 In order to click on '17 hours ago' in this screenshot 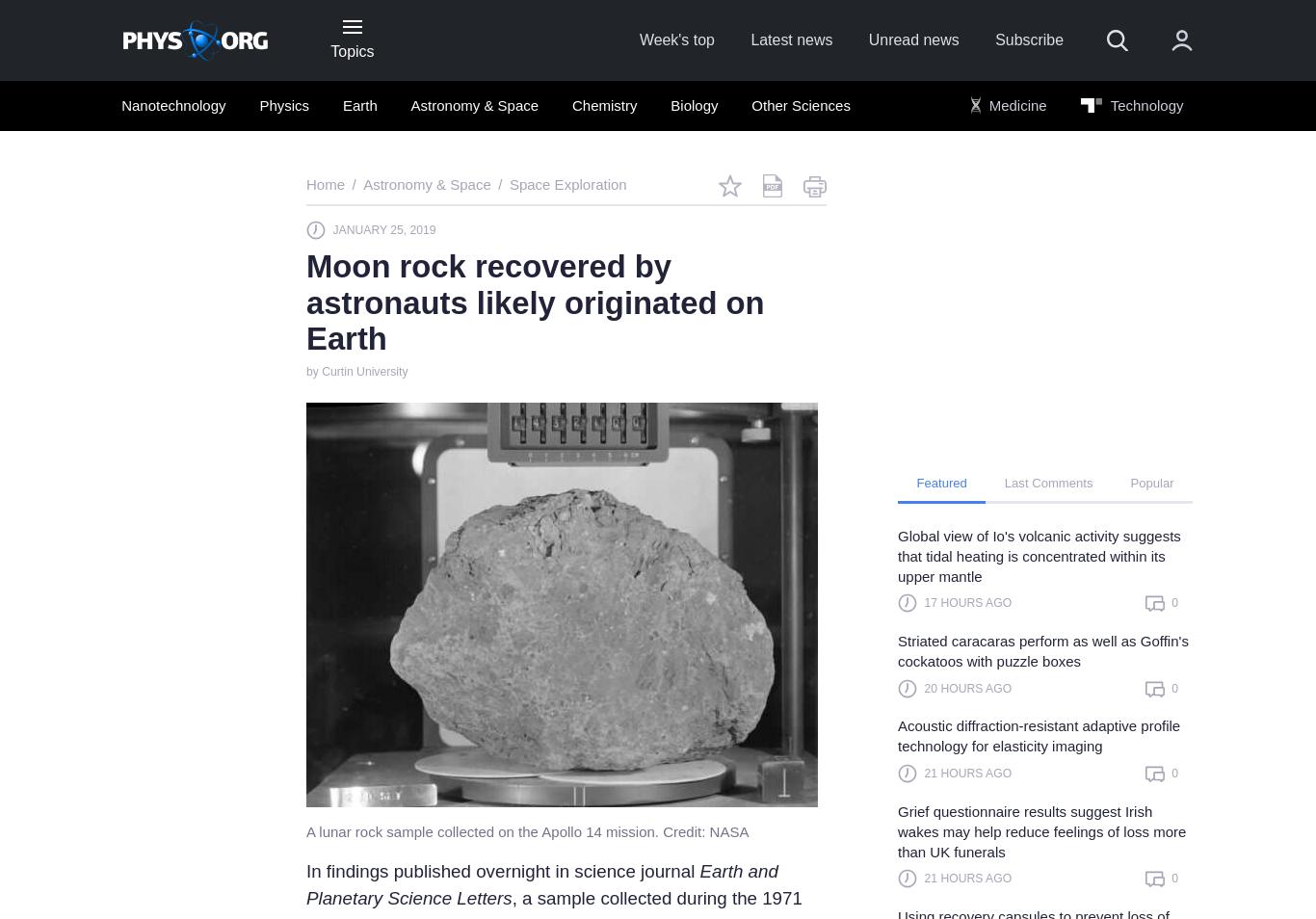, I will do `click(967, 602)`.